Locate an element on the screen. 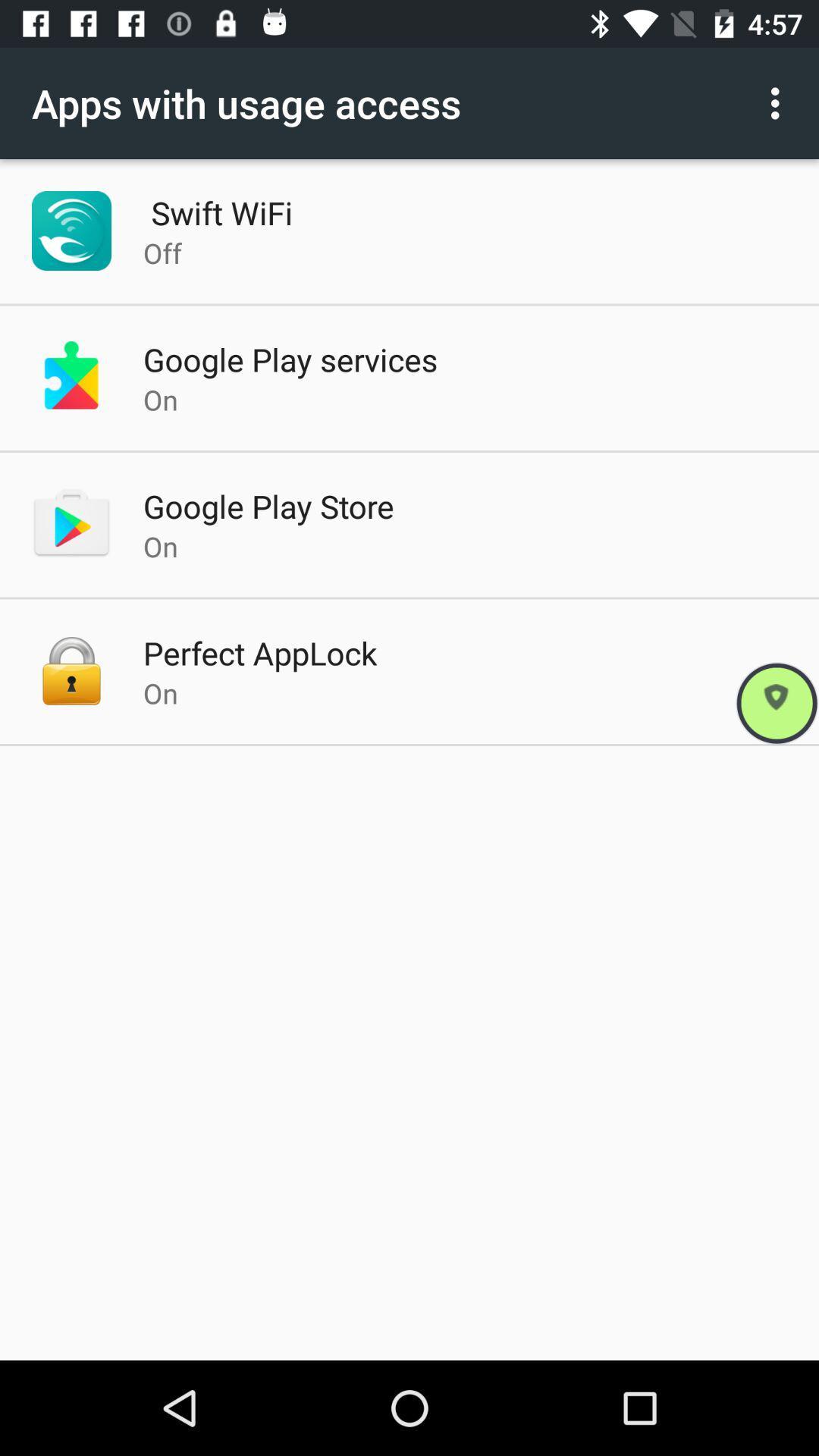 The width and height of the screenshot is (819, 1456). the option button on the right hand top side is located at coordinates (779, 103).